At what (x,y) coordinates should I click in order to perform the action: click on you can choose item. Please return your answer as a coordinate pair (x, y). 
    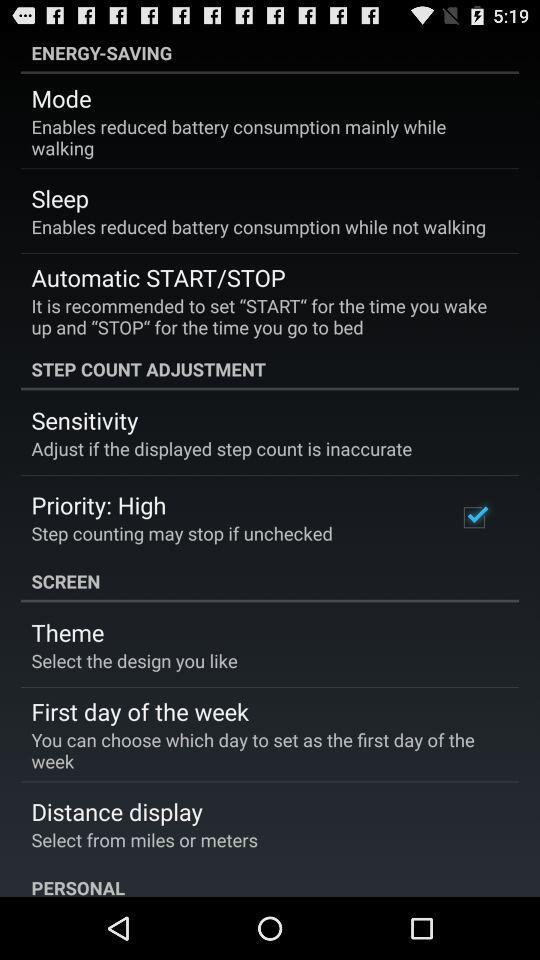
    Looking at the image, I should click on (263, 749).